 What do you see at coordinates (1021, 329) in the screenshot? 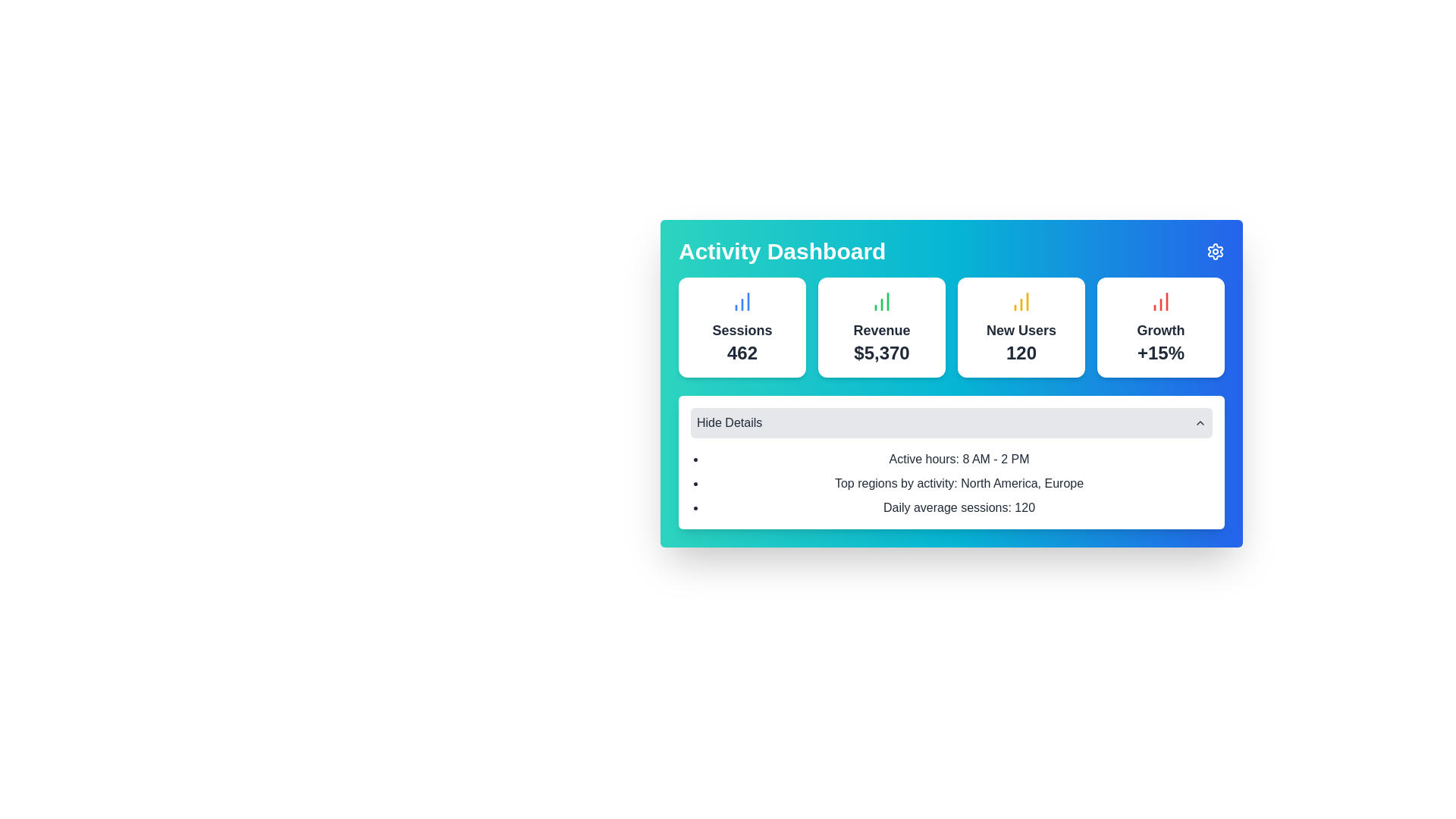
I see `the 'New Users' text label, which indicates the metric displayed below it and is located in the third panel between 'Revenue' and 'Growth'` at bounding box center [1021, 329].